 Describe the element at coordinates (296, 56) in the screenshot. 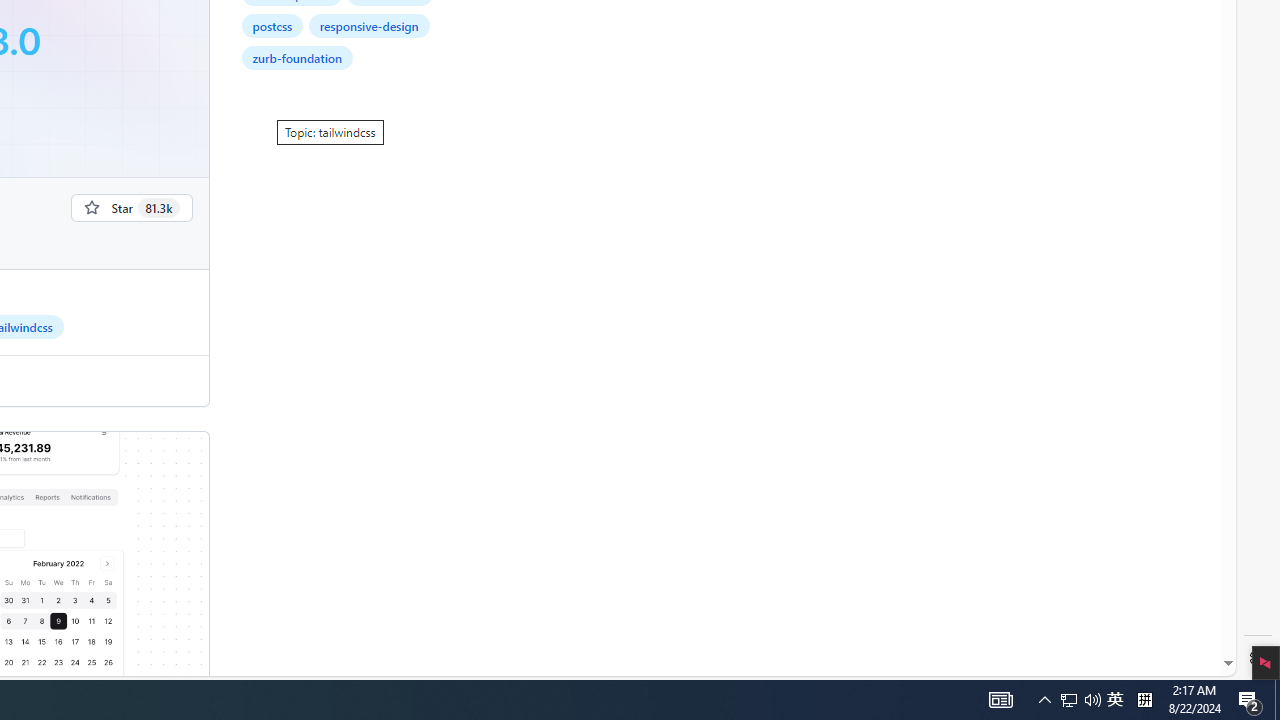

I see `'zurb-foundation'` at that location.